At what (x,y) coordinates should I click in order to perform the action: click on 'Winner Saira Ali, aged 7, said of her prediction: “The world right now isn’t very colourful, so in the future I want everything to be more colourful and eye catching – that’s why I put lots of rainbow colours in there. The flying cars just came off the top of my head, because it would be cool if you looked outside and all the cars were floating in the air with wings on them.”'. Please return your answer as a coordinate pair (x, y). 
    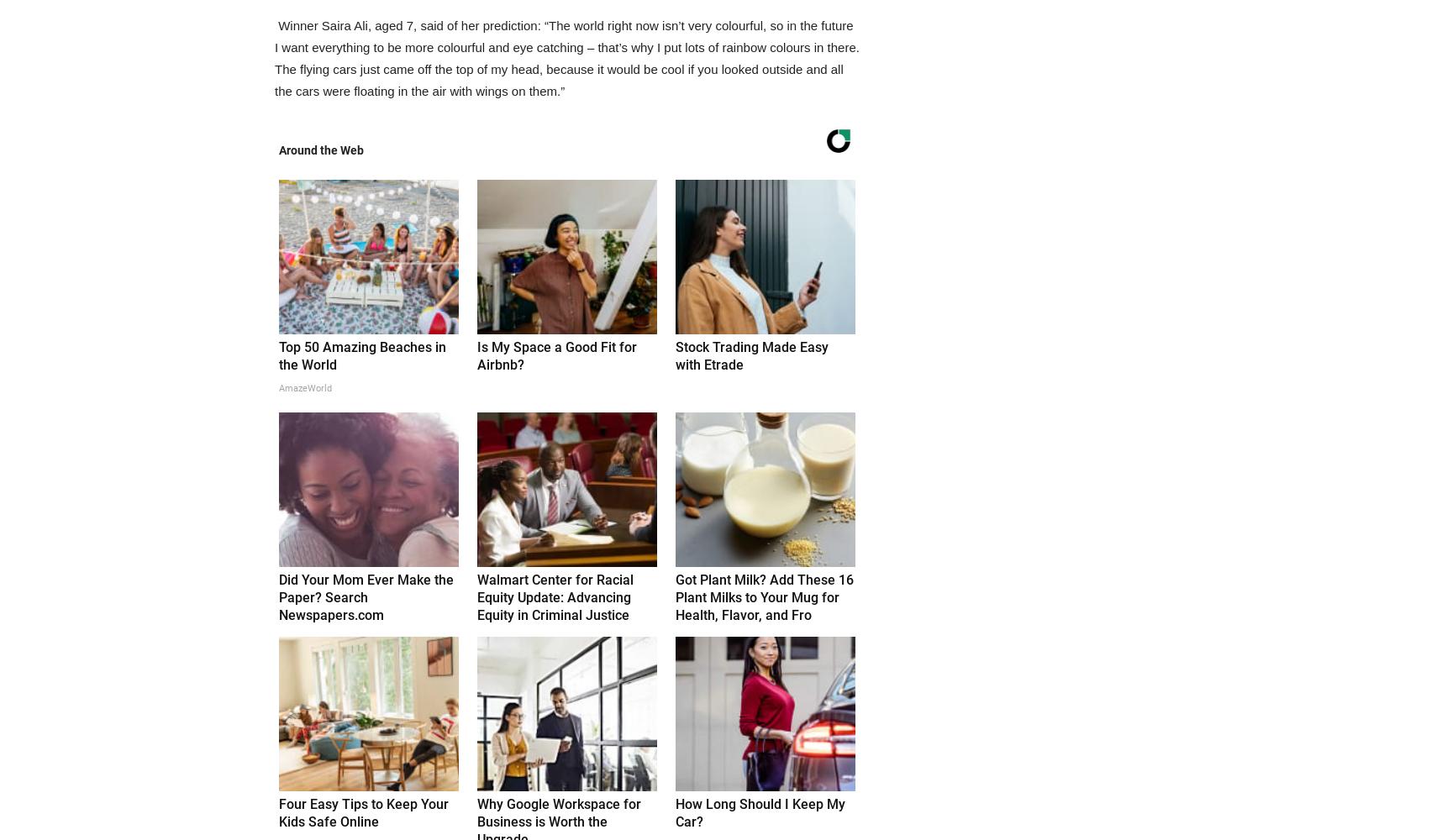
    Looking at the image, I should click on (566, 57).